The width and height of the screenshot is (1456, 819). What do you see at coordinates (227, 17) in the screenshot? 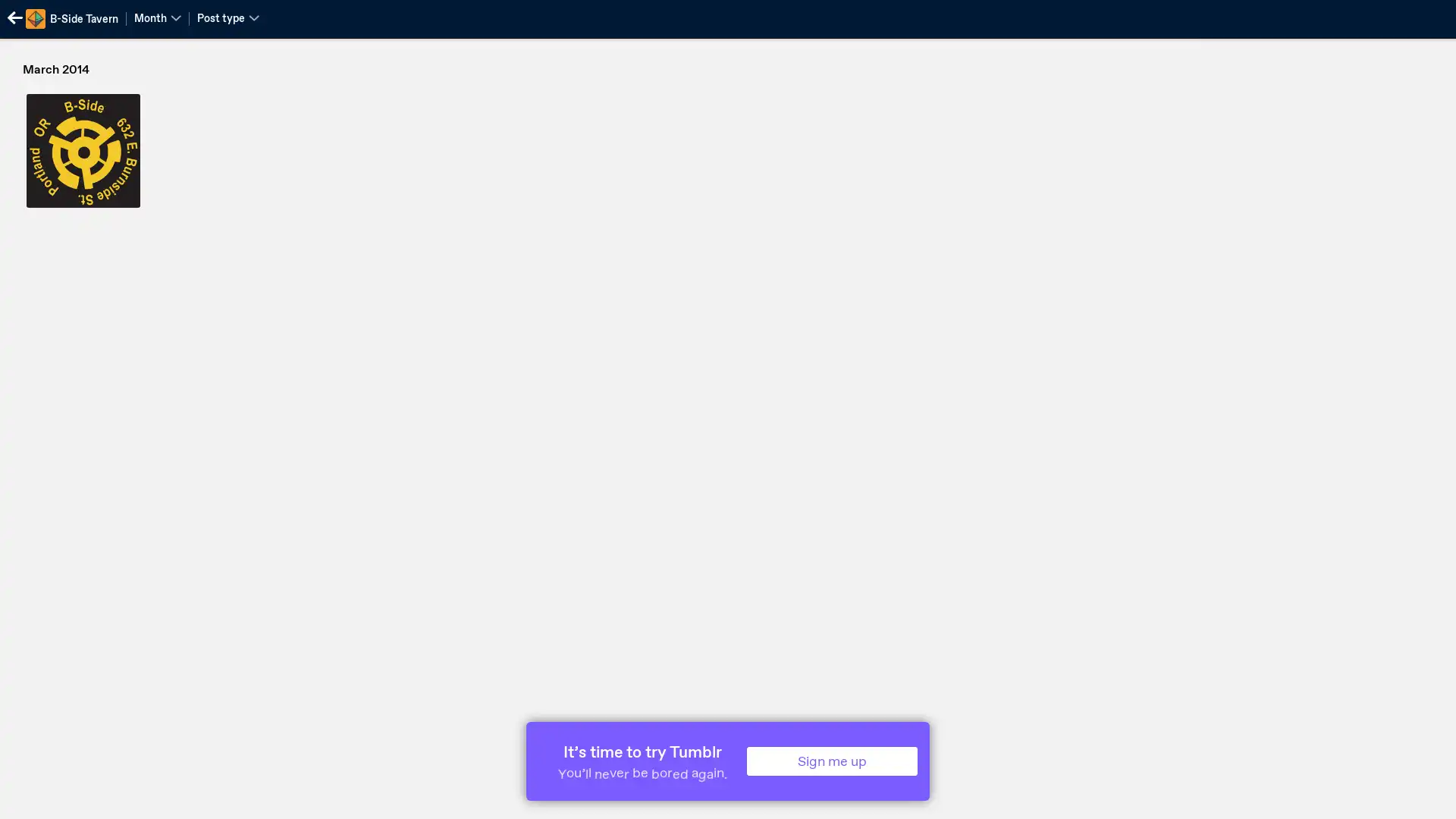
I see `Post type` at bounding box center [227, 17].